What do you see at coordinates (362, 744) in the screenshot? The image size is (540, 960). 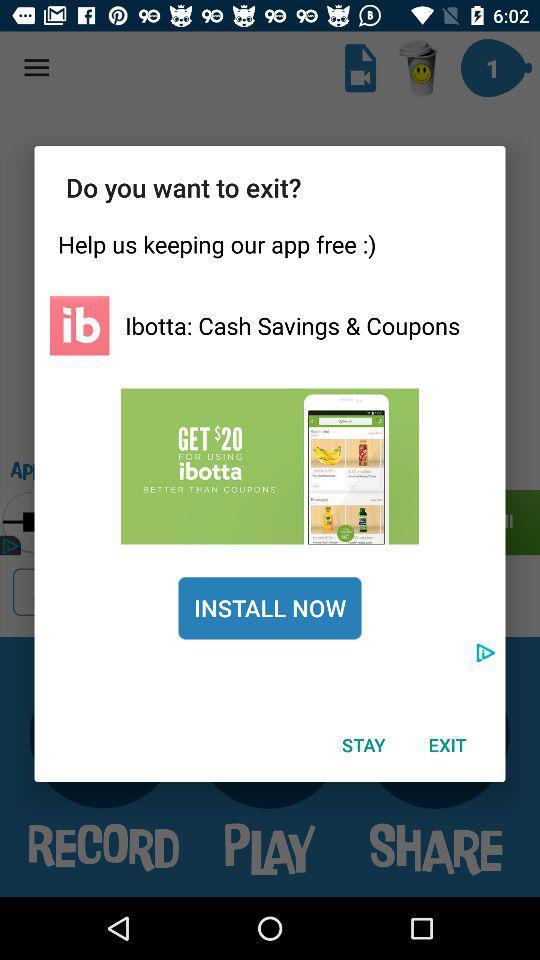 I see `icon below install now icon` at bounding box center [362, 744].